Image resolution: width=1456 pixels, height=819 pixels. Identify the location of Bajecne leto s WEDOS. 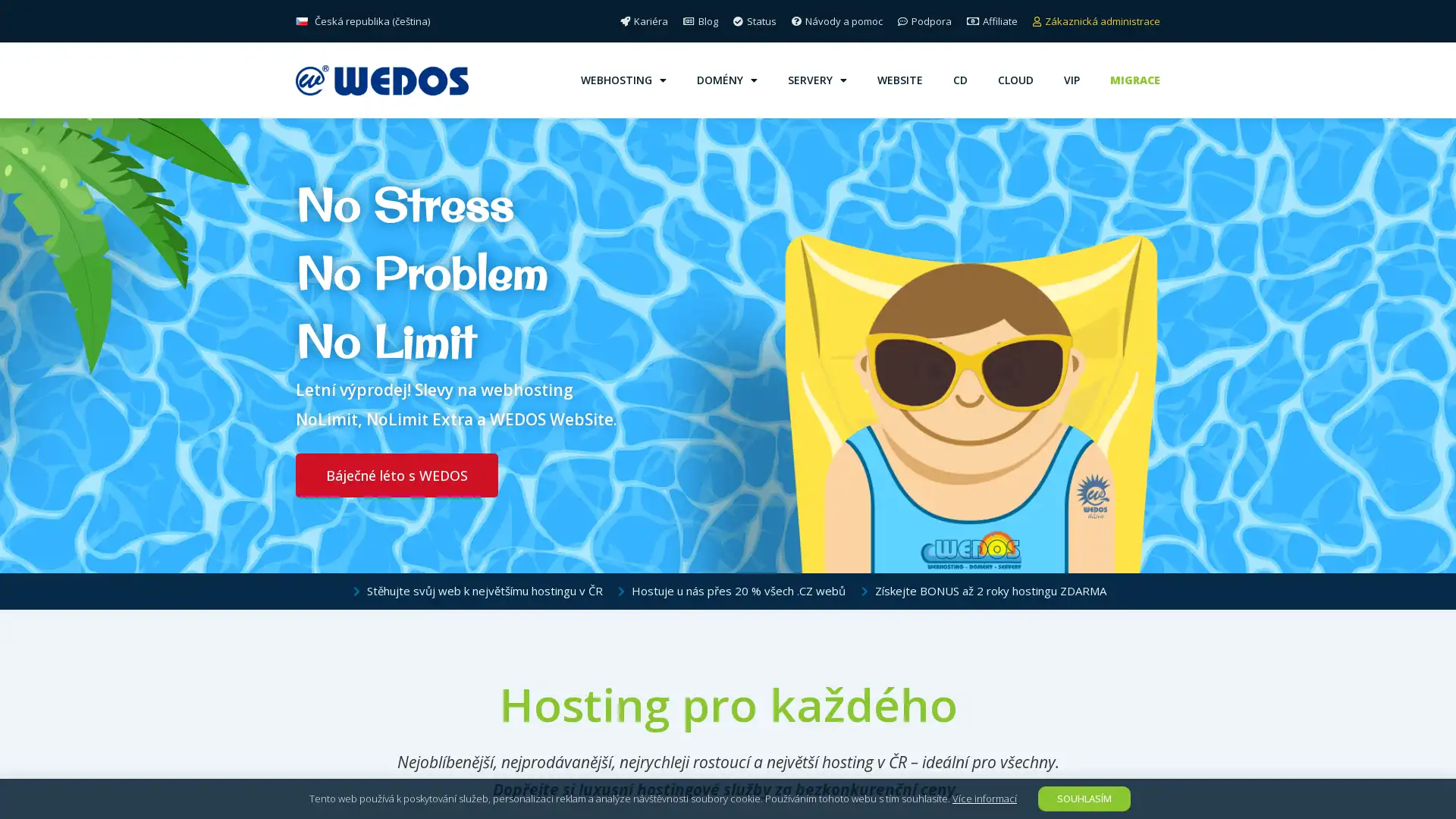
(397, 475).